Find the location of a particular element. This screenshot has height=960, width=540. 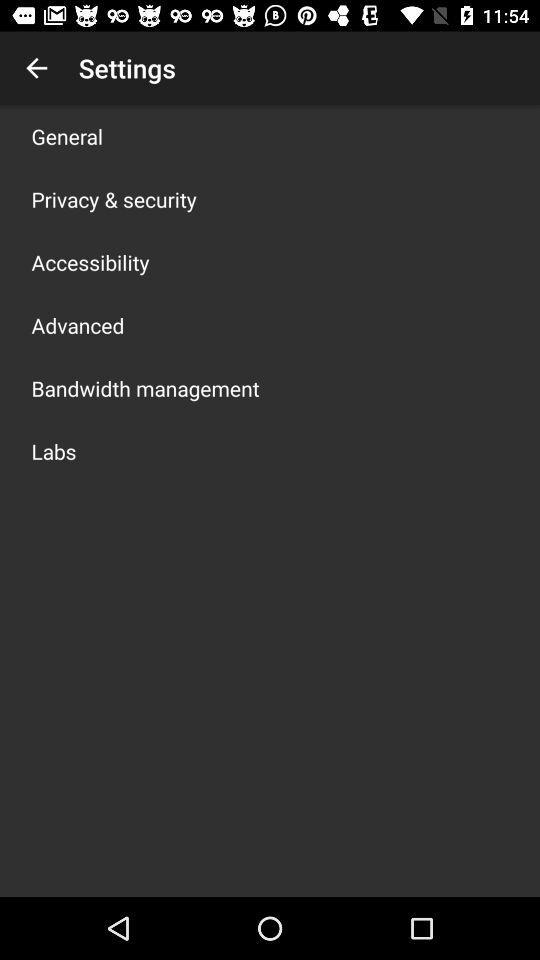

item below the advanced app is located at coordinates (144, 387).